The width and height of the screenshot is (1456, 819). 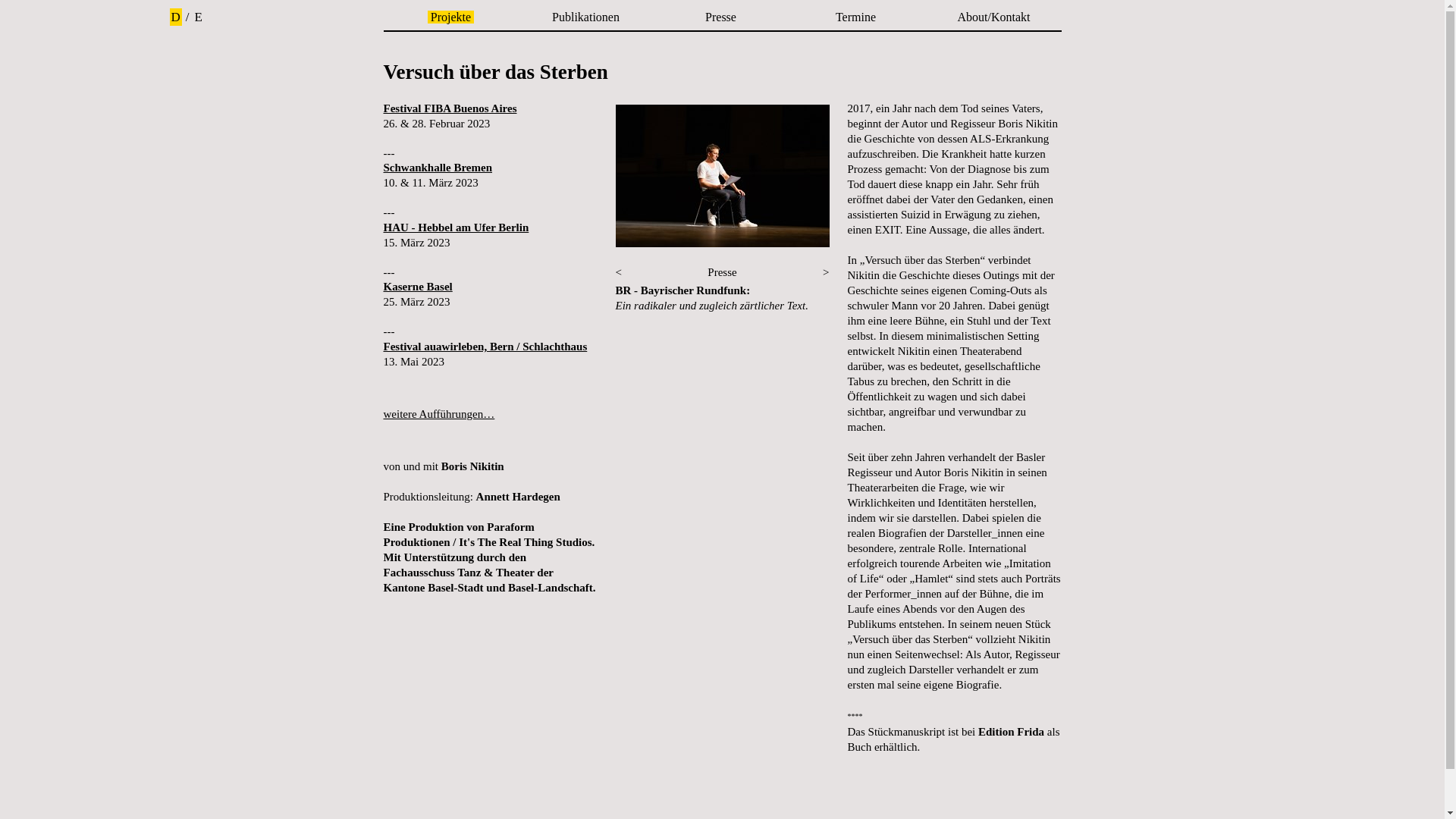 I want to click on 'Edition Frida', so click(x=1011, y=730).